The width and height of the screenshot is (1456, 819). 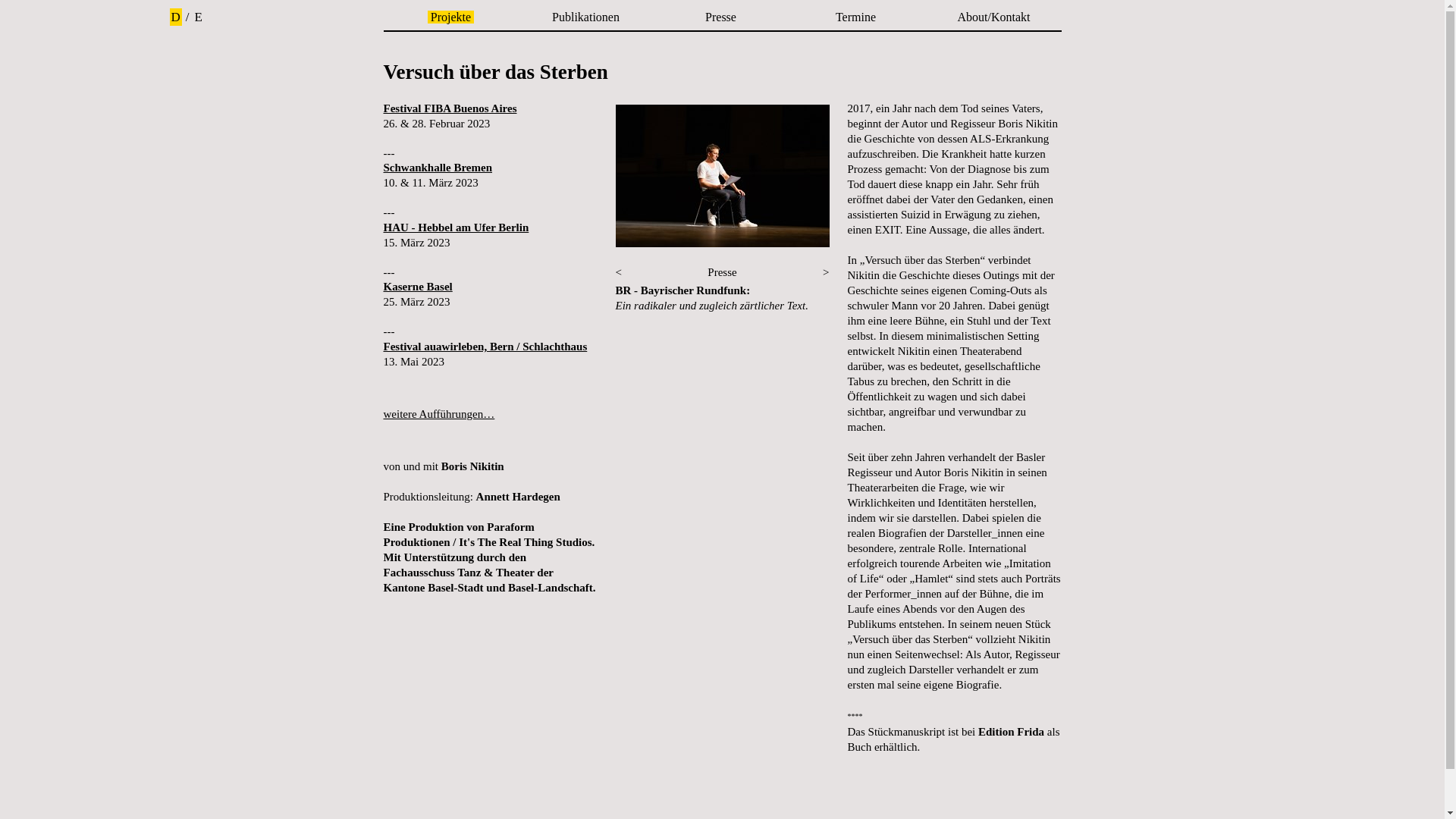 I want to click on 'Edition Frida', so click(x=1011, y=730).